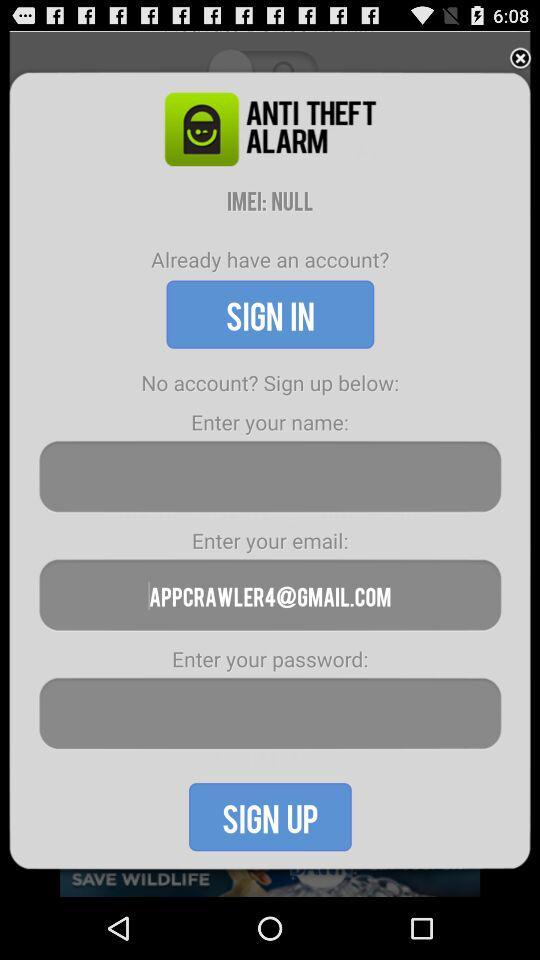  I want to click on the password box, so click(270, 713).